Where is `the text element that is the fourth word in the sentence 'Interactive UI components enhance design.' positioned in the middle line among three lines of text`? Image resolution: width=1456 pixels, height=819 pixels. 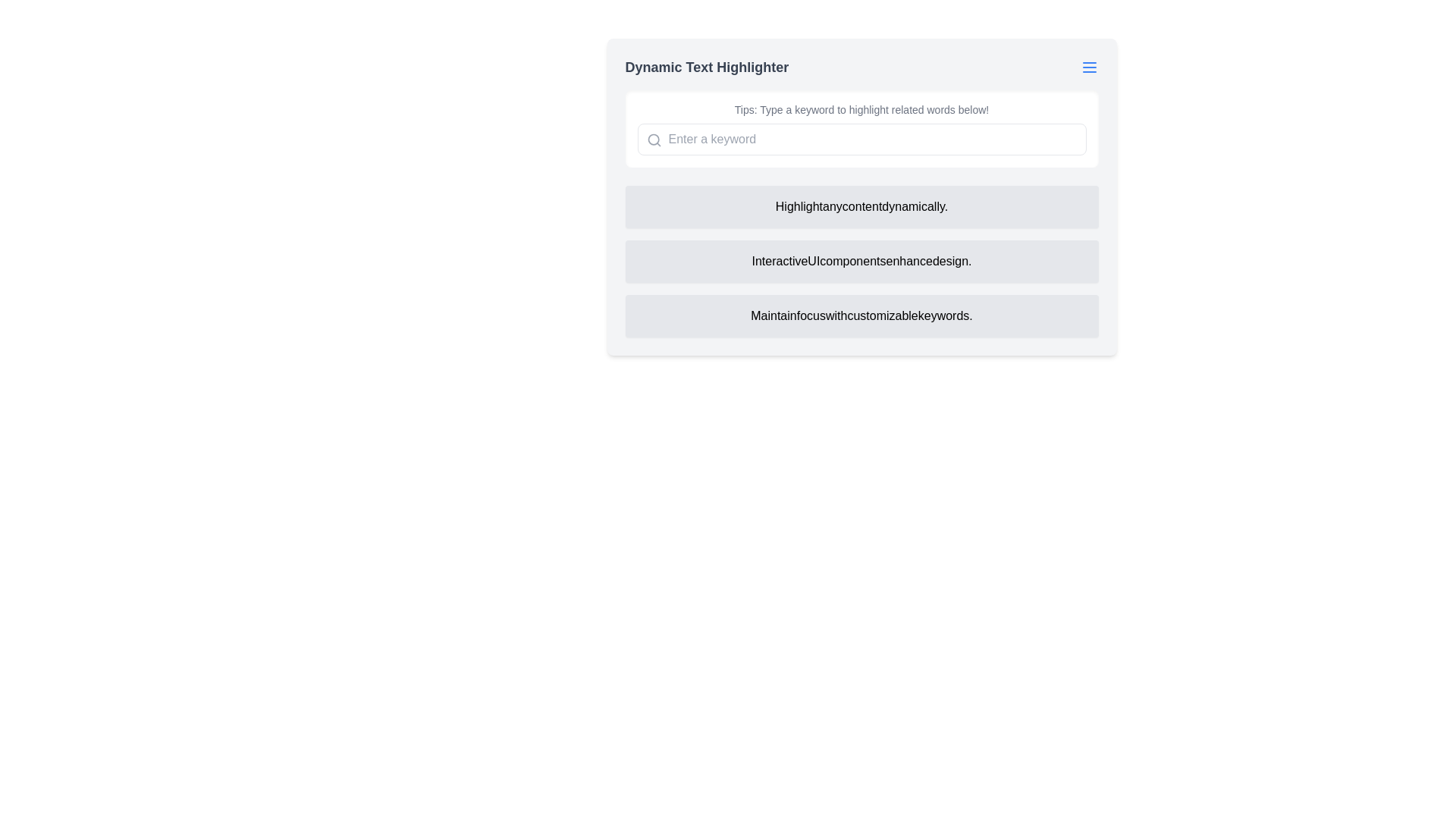 the text element that is the fourth word in the sentence 'Interactive UI components enhance design.' positioned in the middle line among three lines of text is located at coordinates (909, 260).